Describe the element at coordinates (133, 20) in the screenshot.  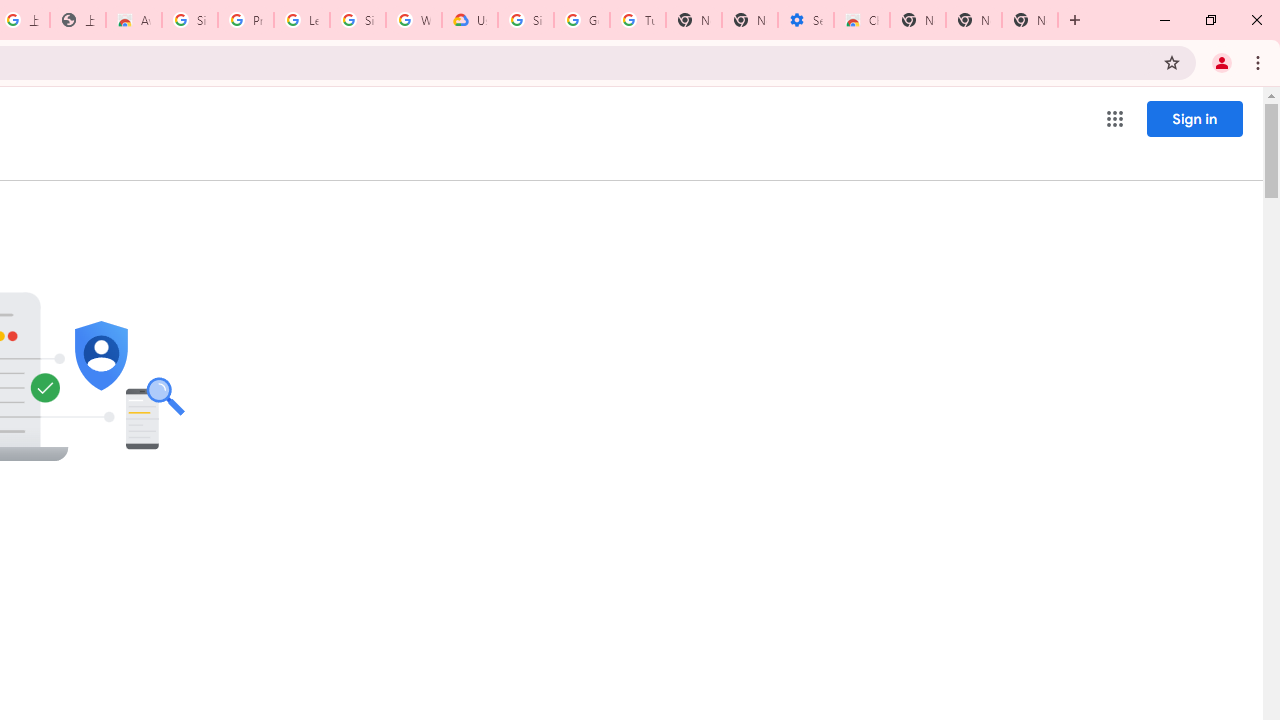
I see `'Awesome Screen Recorder & Screenshot - Chrome Web Store'` at that location.